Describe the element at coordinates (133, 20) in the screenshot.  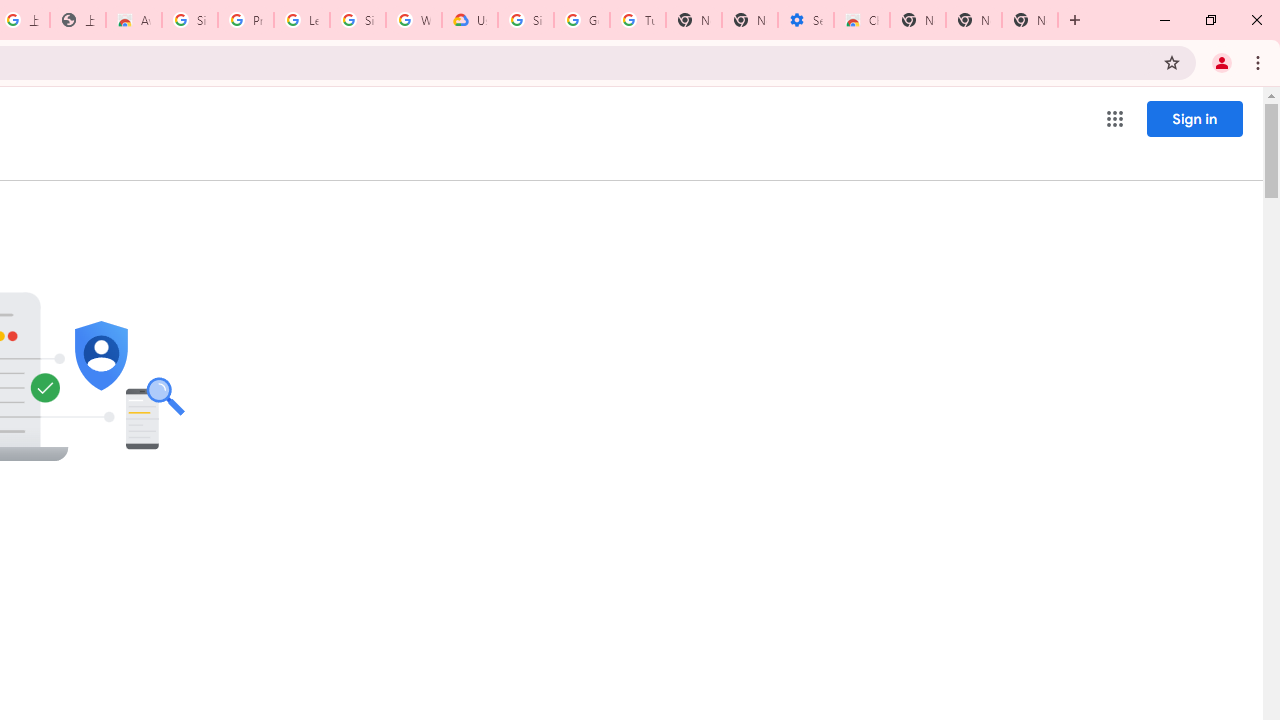
I see `'Awesome Screen Recorder & Screenshot - Chrome Web Store'` at that location.